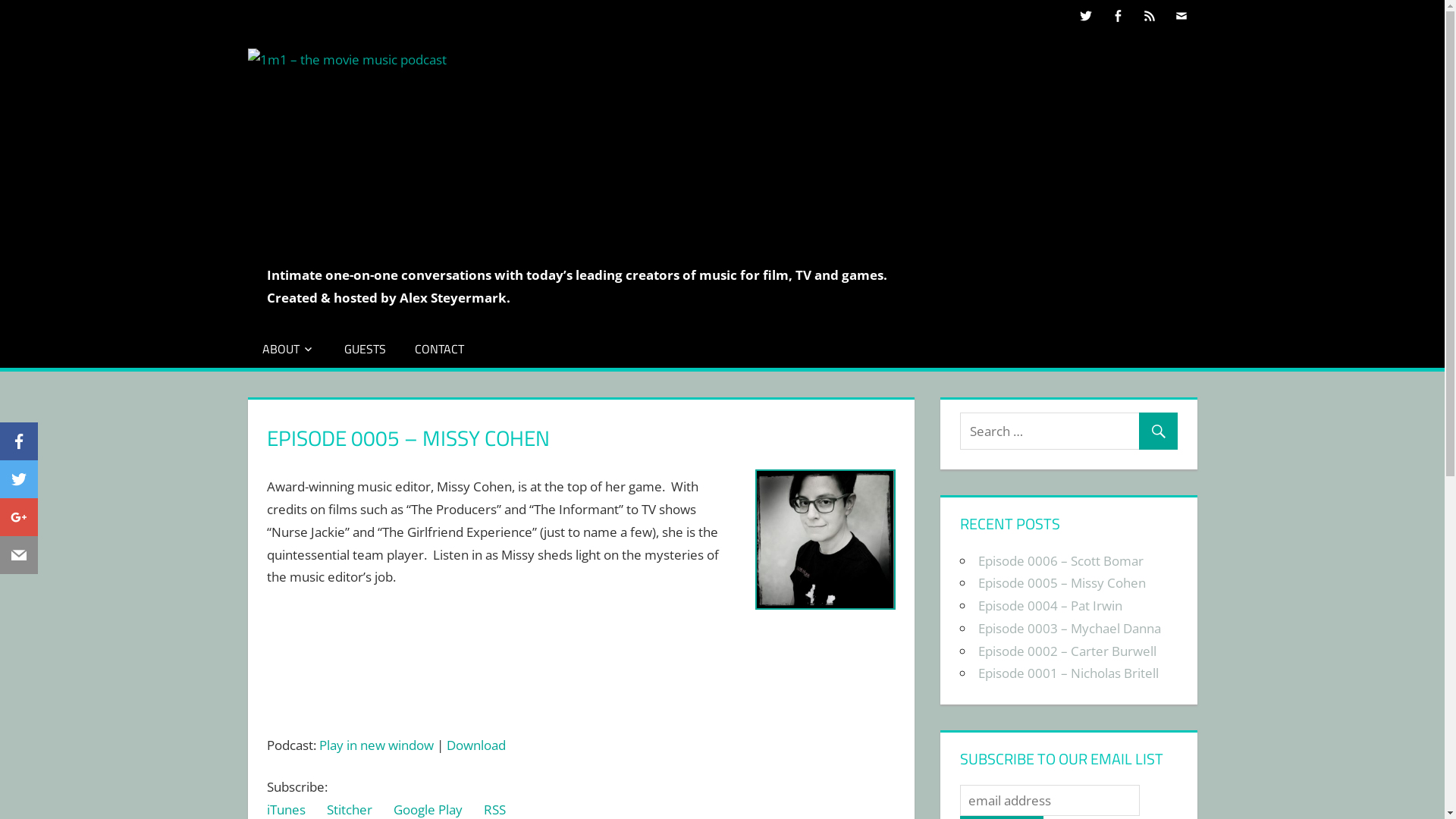 The width and height of the screenshot is (1456, 819). I want to click on 'Stitcher', so click(348, 808).